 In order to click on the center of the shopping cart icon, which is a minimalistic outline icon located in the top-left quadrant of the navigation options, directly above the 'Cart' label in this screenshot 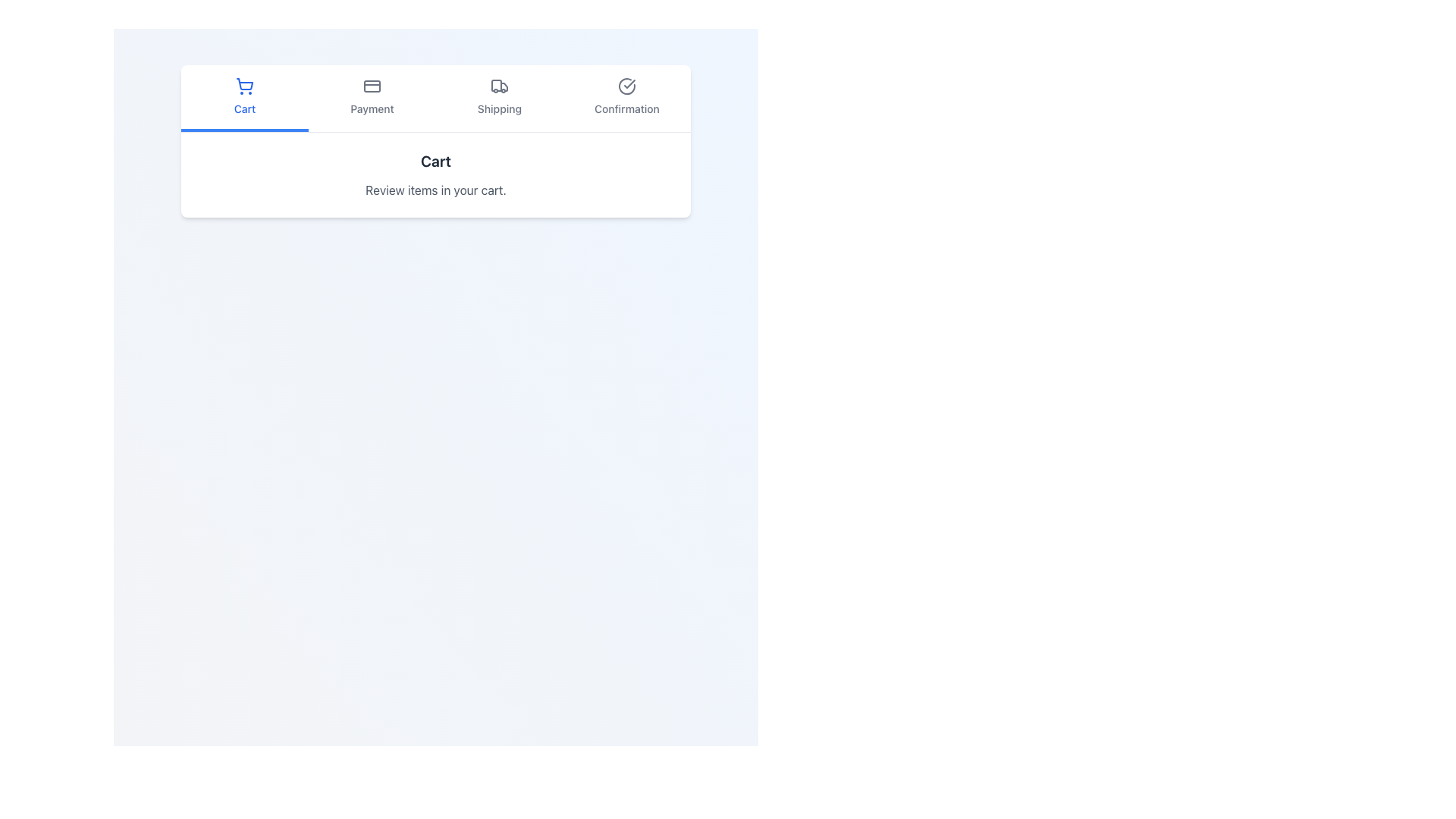, I will do `click(244, 86)`.